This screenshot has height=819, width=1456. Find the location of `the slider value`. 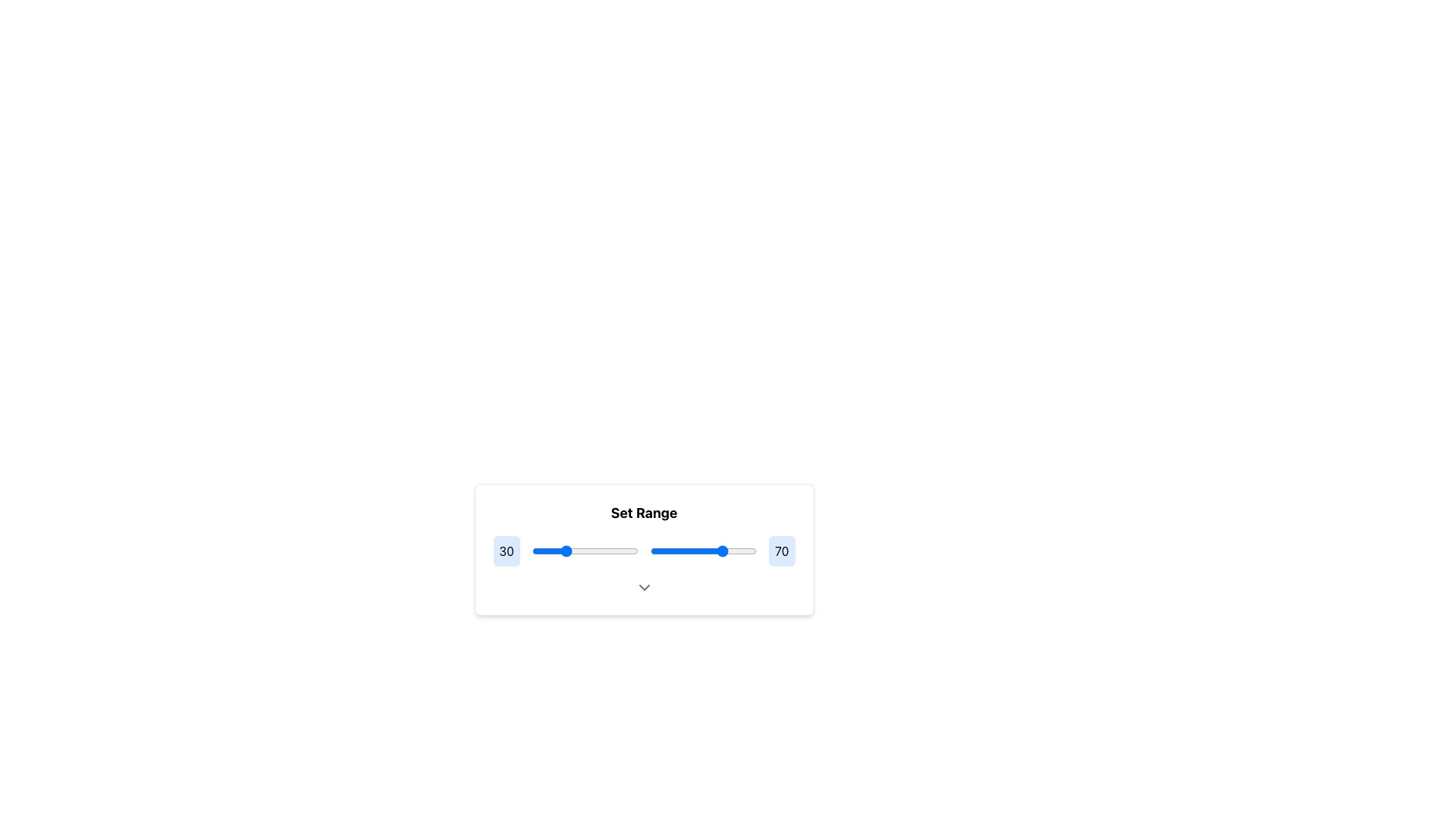

the slider value is located at coordinates (731, 551).